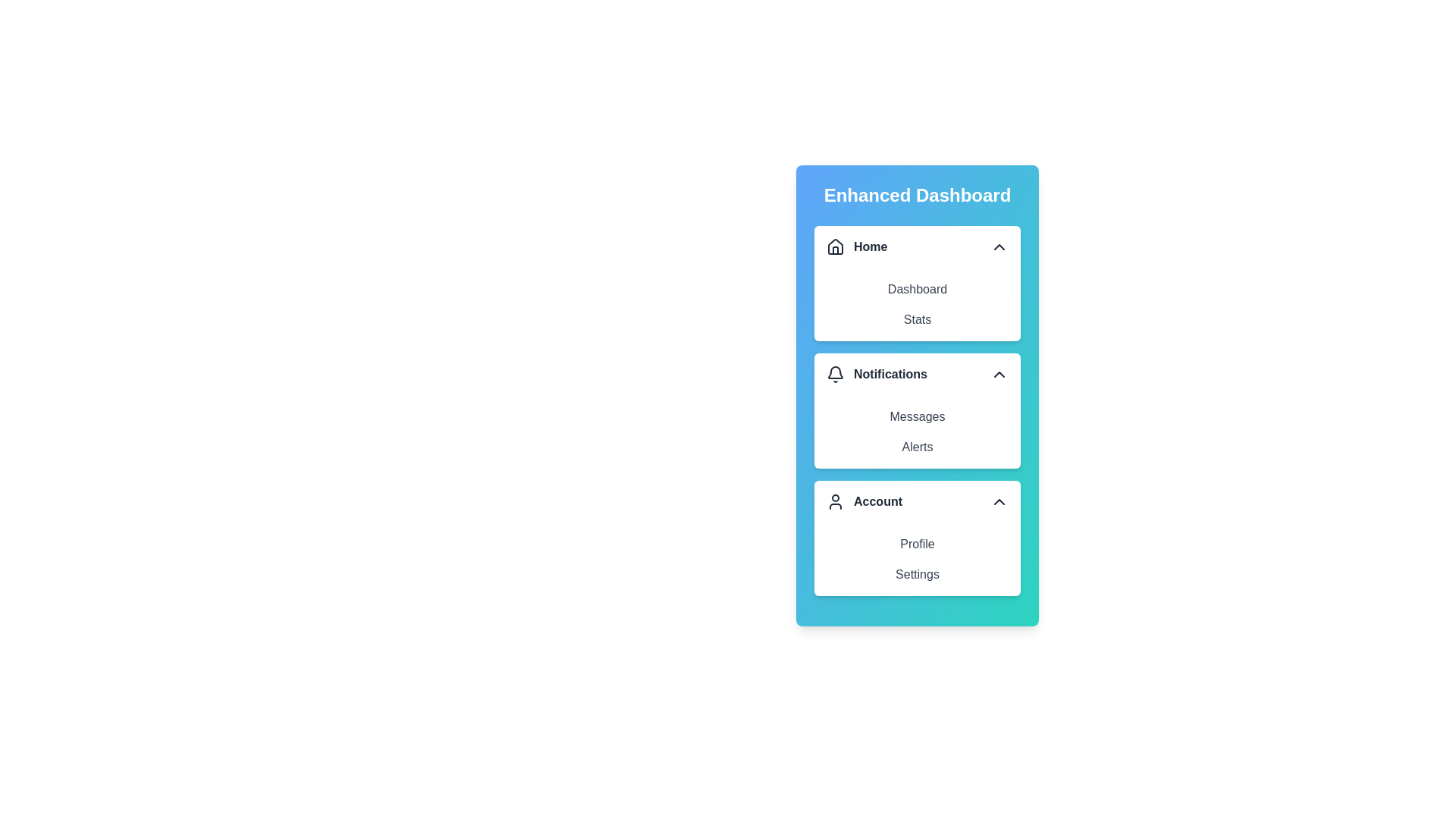 Image resolution: width=1456 pixels, height=819 pixels. Describe the element at coordinates (916, 417) in the screenshot. I see `the menu item Messages from the expanded section` at that location.